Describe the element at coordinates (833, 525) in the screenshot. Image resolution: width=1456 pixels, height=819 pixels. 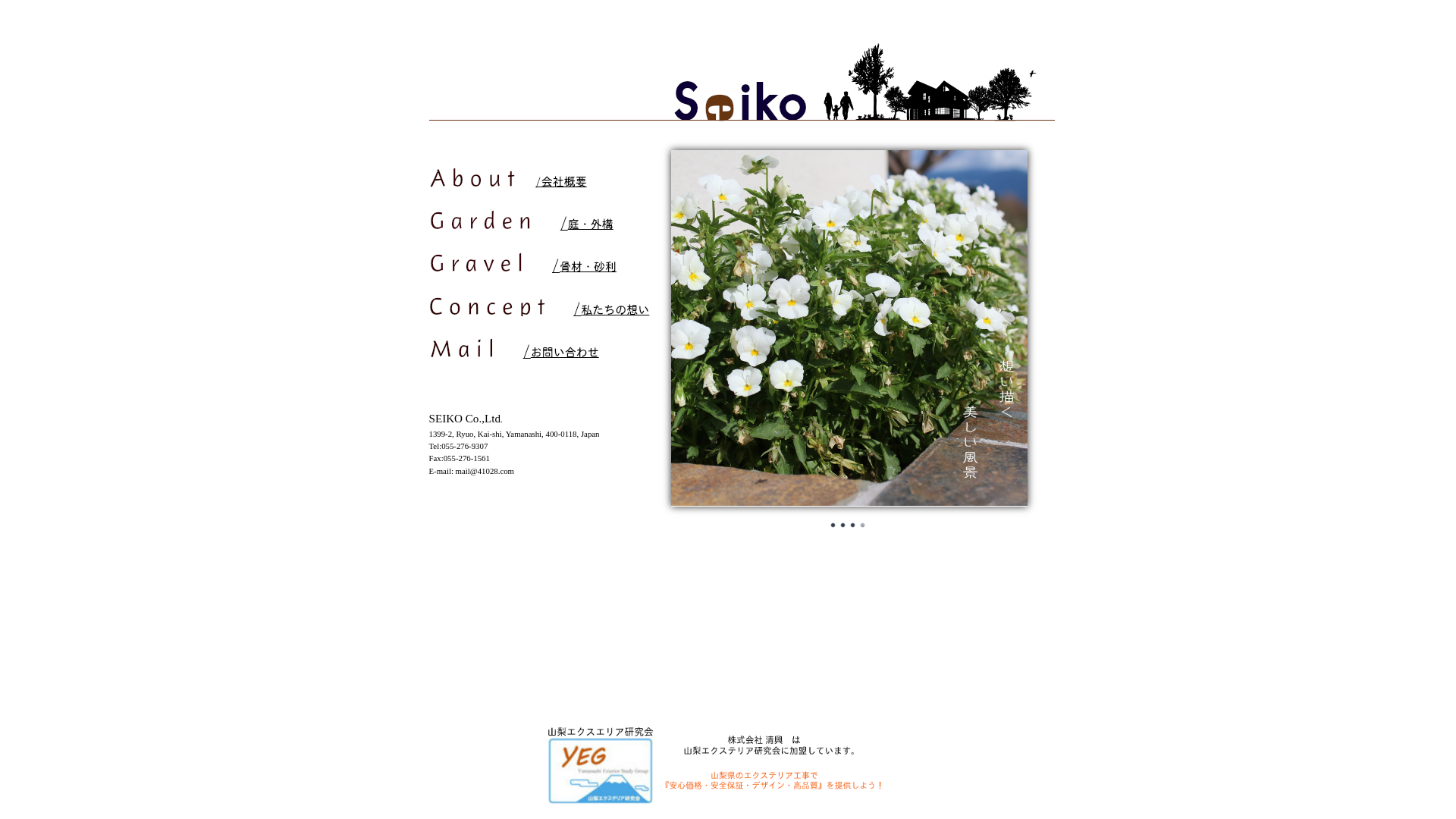
I see `'1'` at that location.